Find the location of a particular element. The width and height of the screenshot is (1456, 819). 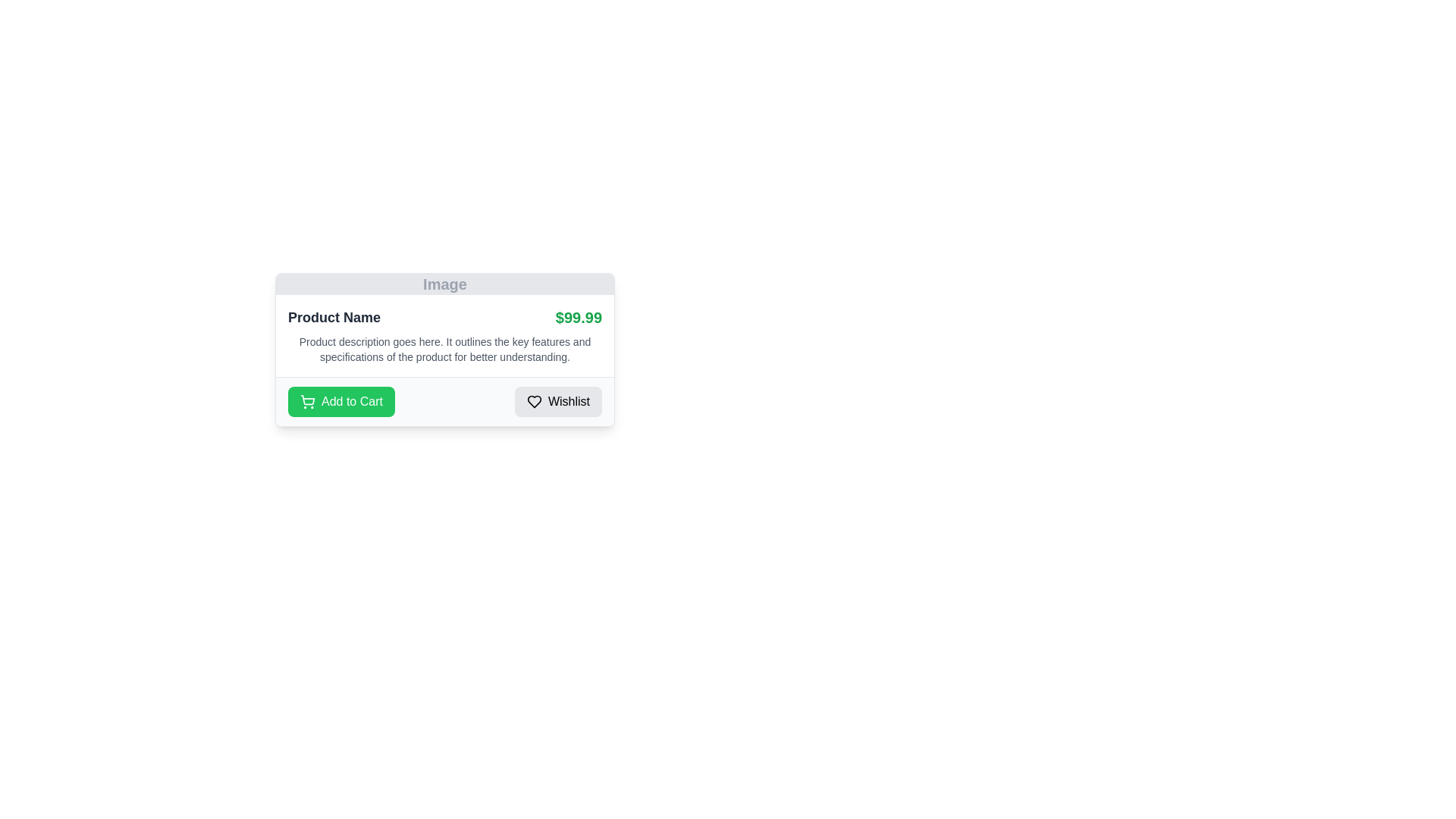

the Text Label associated with the Wishlist functionality, located at the bottom-right corner of the card-like component is located at coordinates (568, 400).